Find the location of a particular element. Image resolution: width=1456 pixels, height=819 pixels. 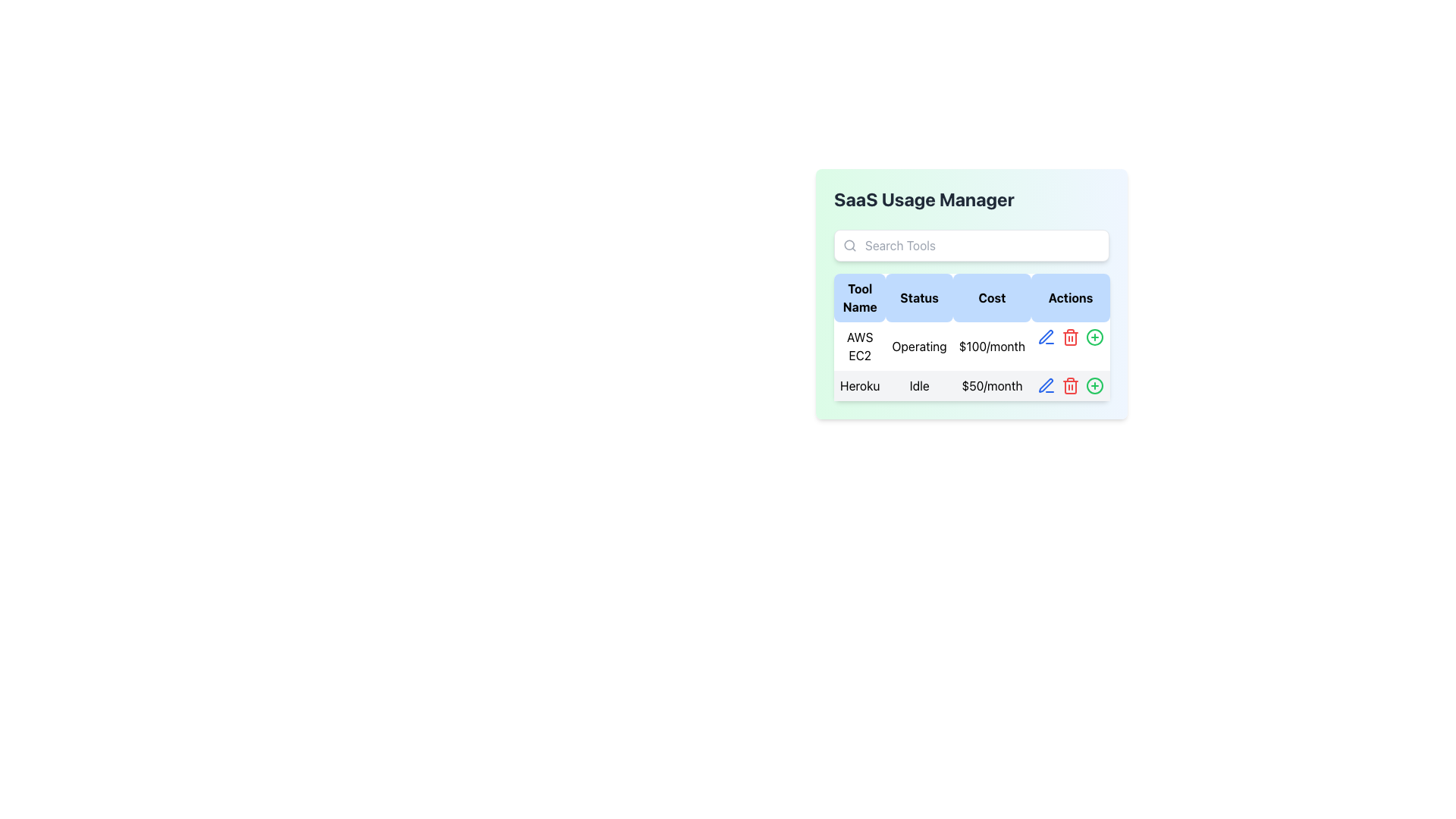

the small gray magnifying glass icon associated with the search functionality is located at coordinates (850, 245).